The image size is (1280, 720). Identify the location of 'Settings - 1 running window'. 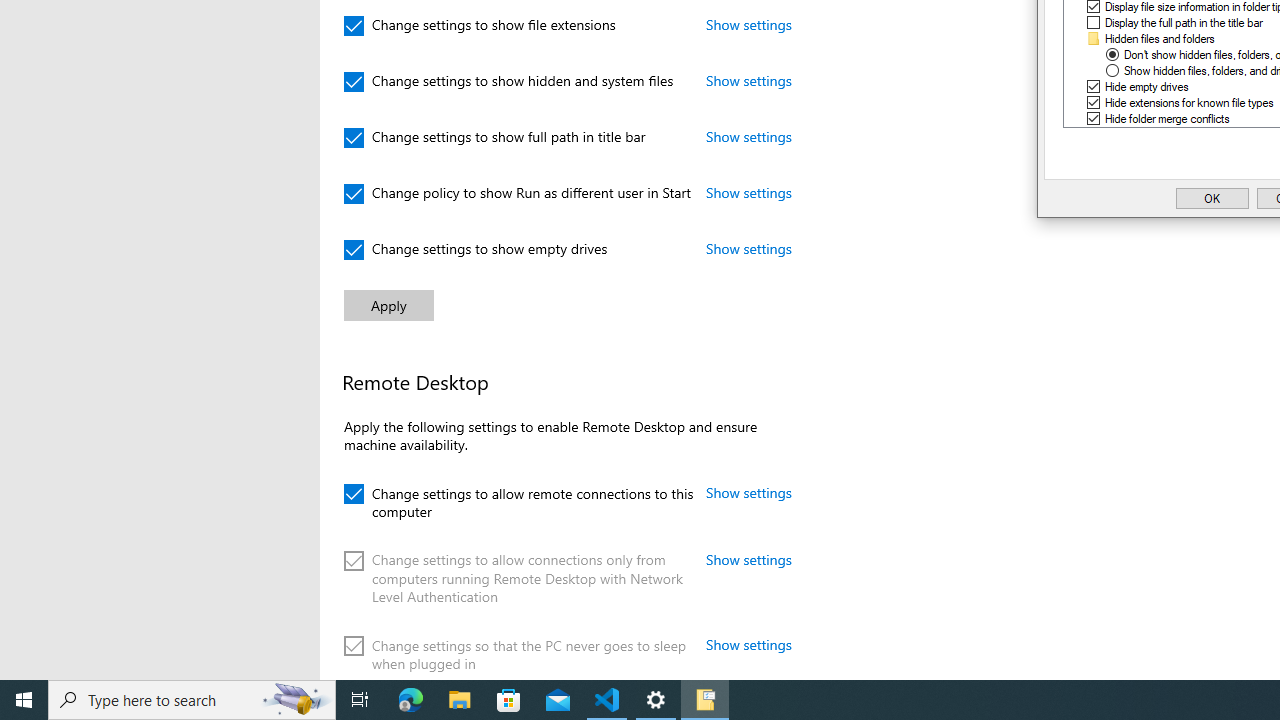
(656, 698).